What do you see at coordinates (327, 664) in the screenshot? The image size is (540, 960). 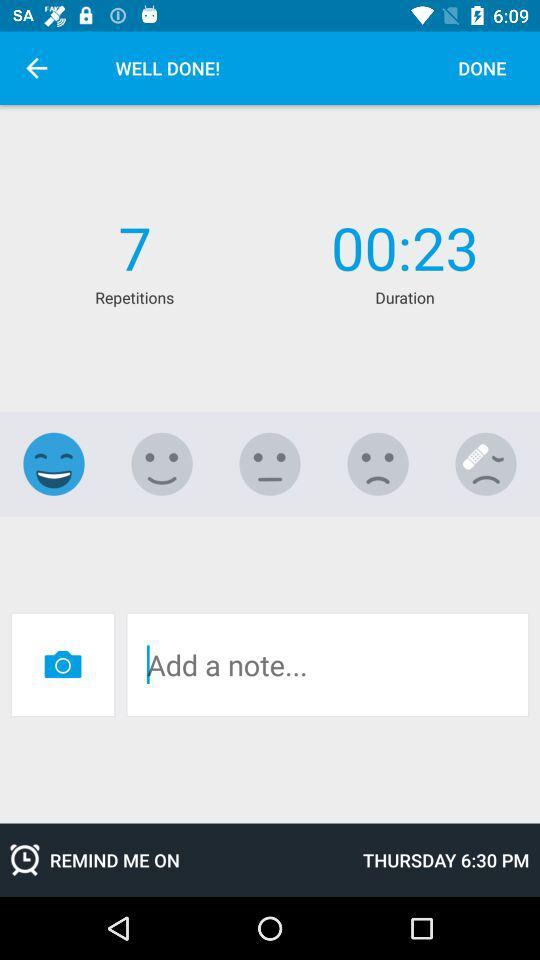 I see `space to add note` at bounding box center [327, 664].